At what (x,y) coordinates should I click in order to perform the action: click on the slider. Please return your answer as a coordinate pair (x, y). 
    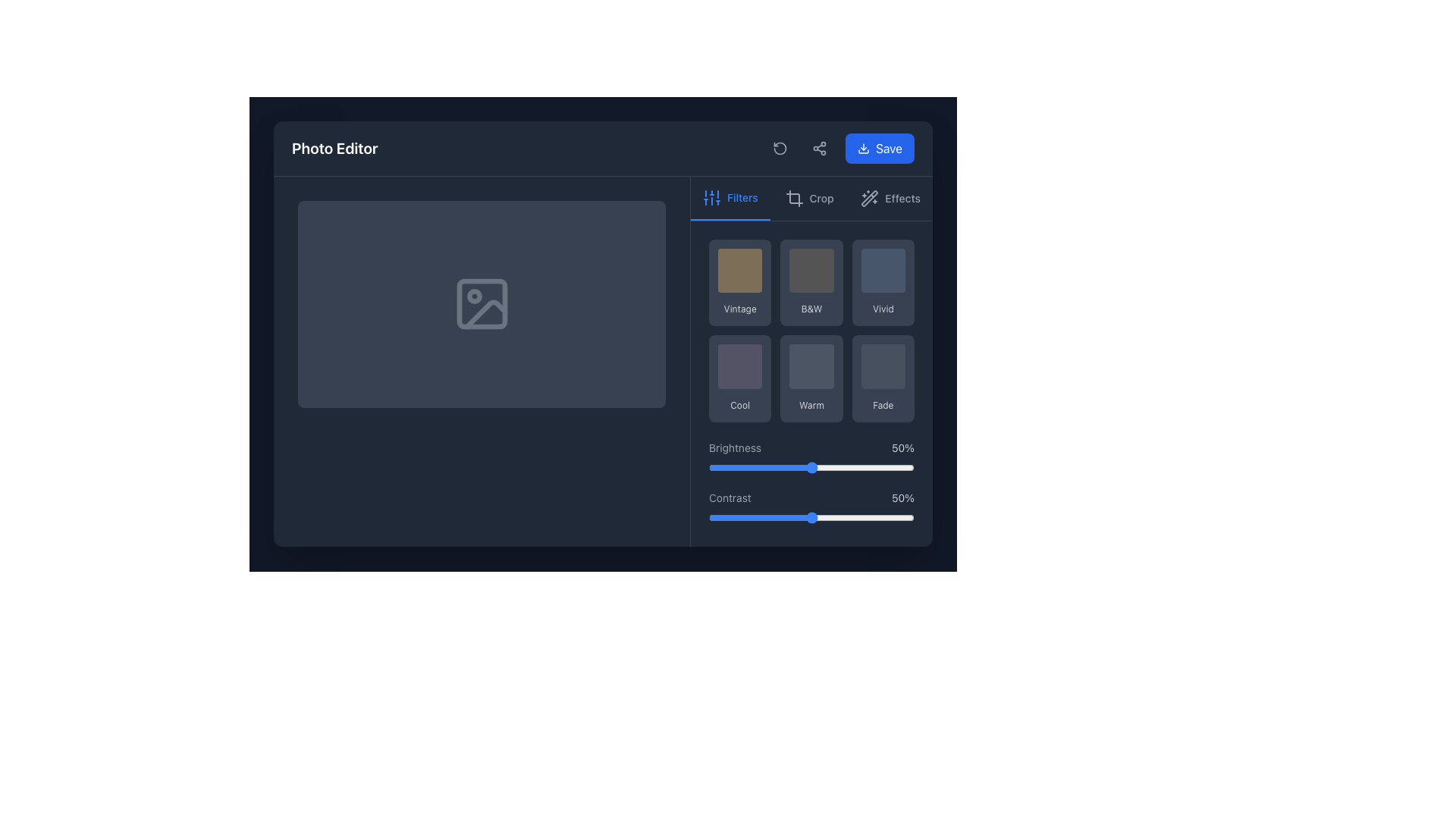
    Looking at the image, I should click on (858, 466).